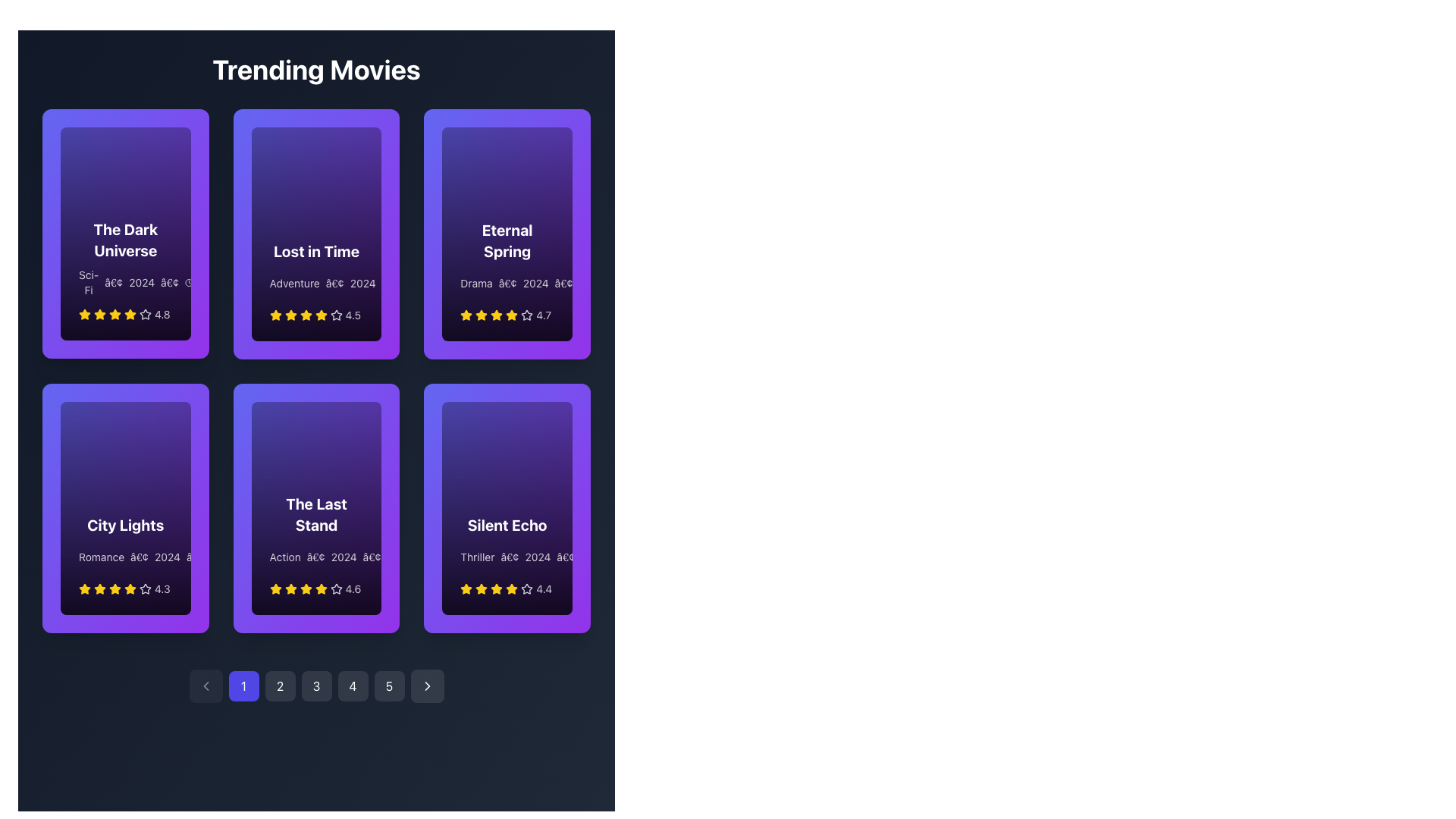  What do you see at coordinates (83, 587) in the screenshot?
I see `the first star icon in the 5-star rating system for the movie 'City Lights', which is located below the title and next to the rating label '4.3'` at bounding box center [83, 587].